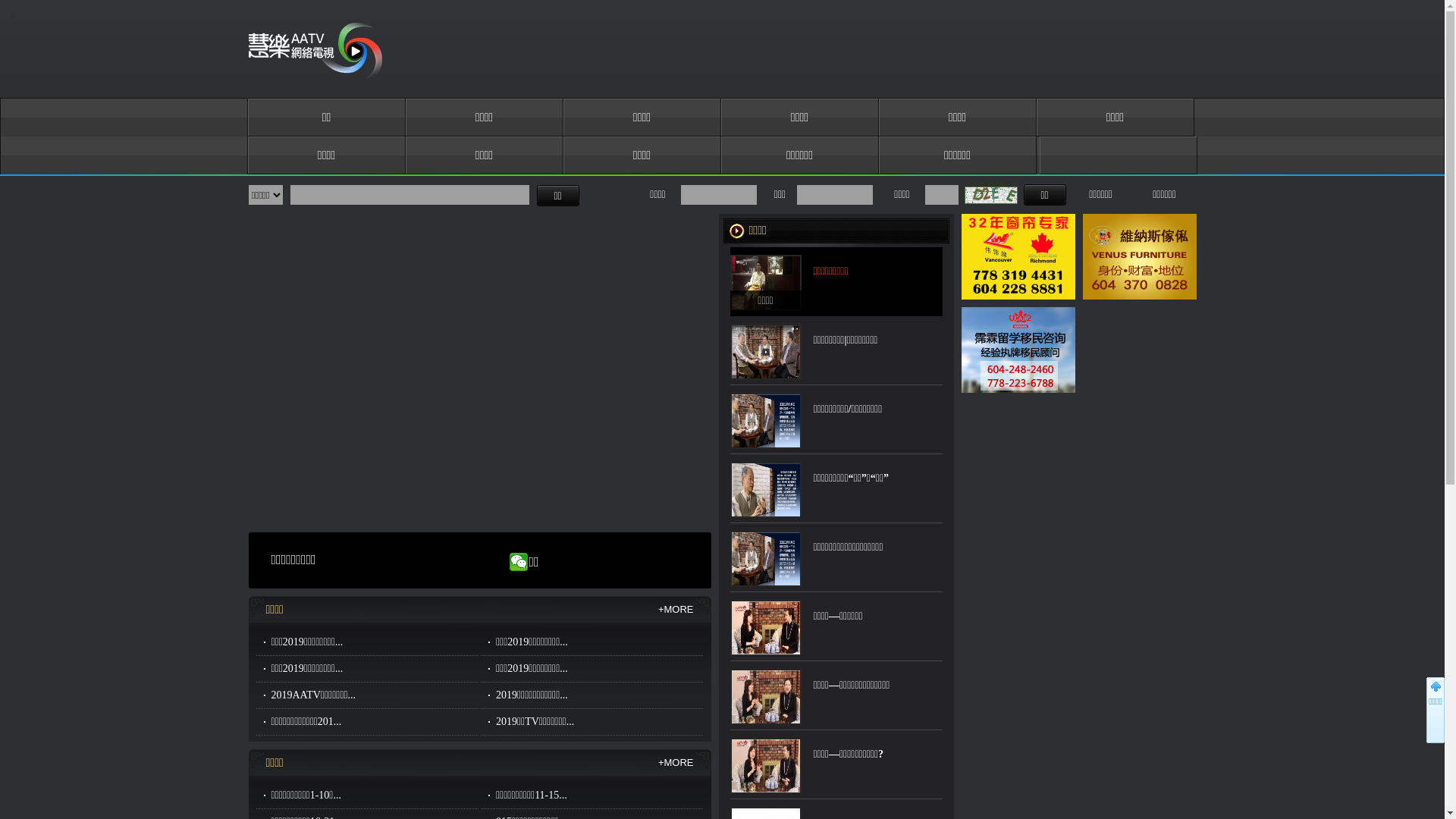 This screenshot has height=819, width=1456. What do you see at coordinates (675, 608) in the screenshot?
I see `'+MORE'` at bounding box center [675, 608].